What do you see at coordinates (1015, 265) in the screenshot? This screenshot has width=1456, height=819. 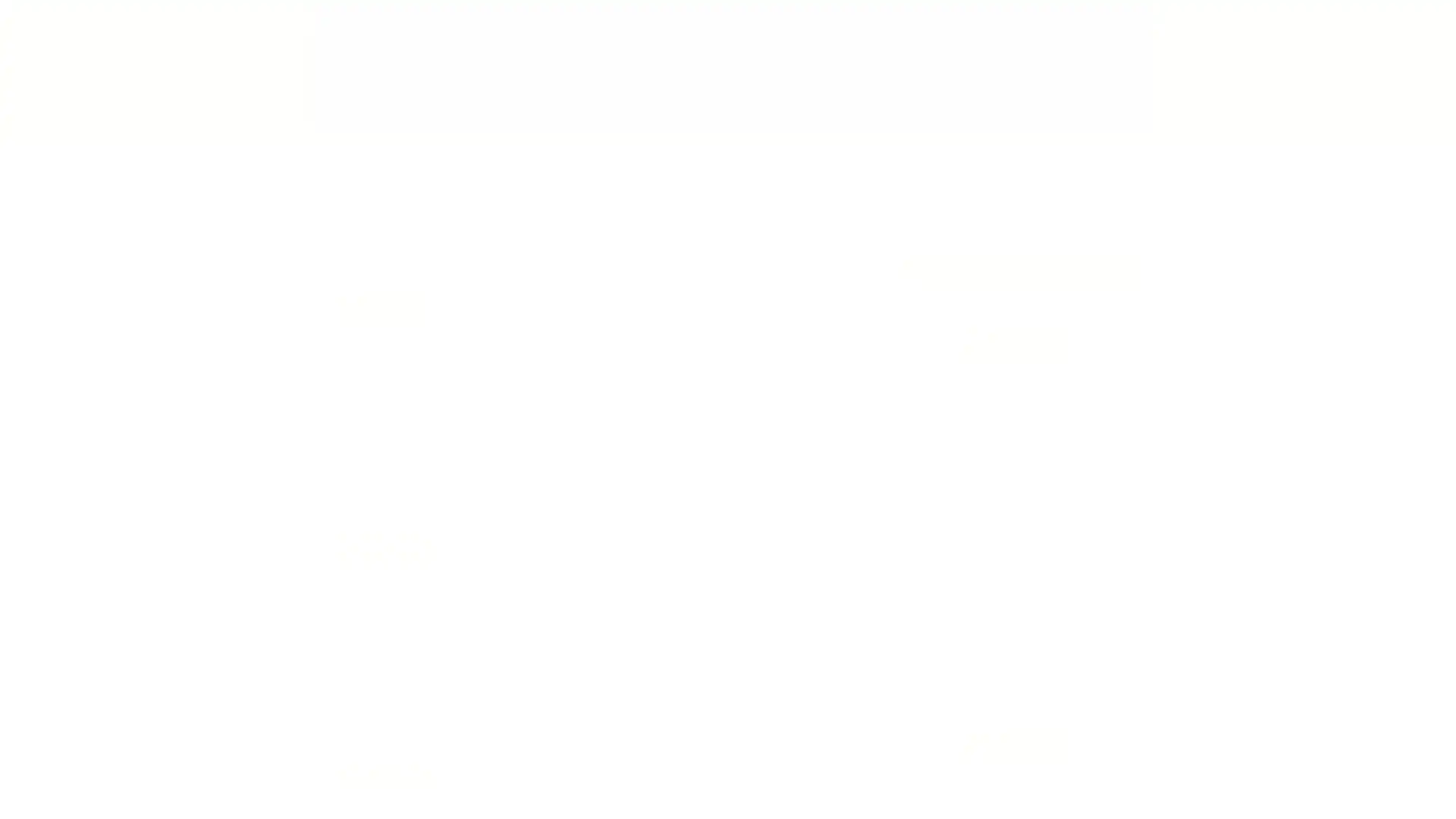 I see `Search` at bounding box center [1015, 265].